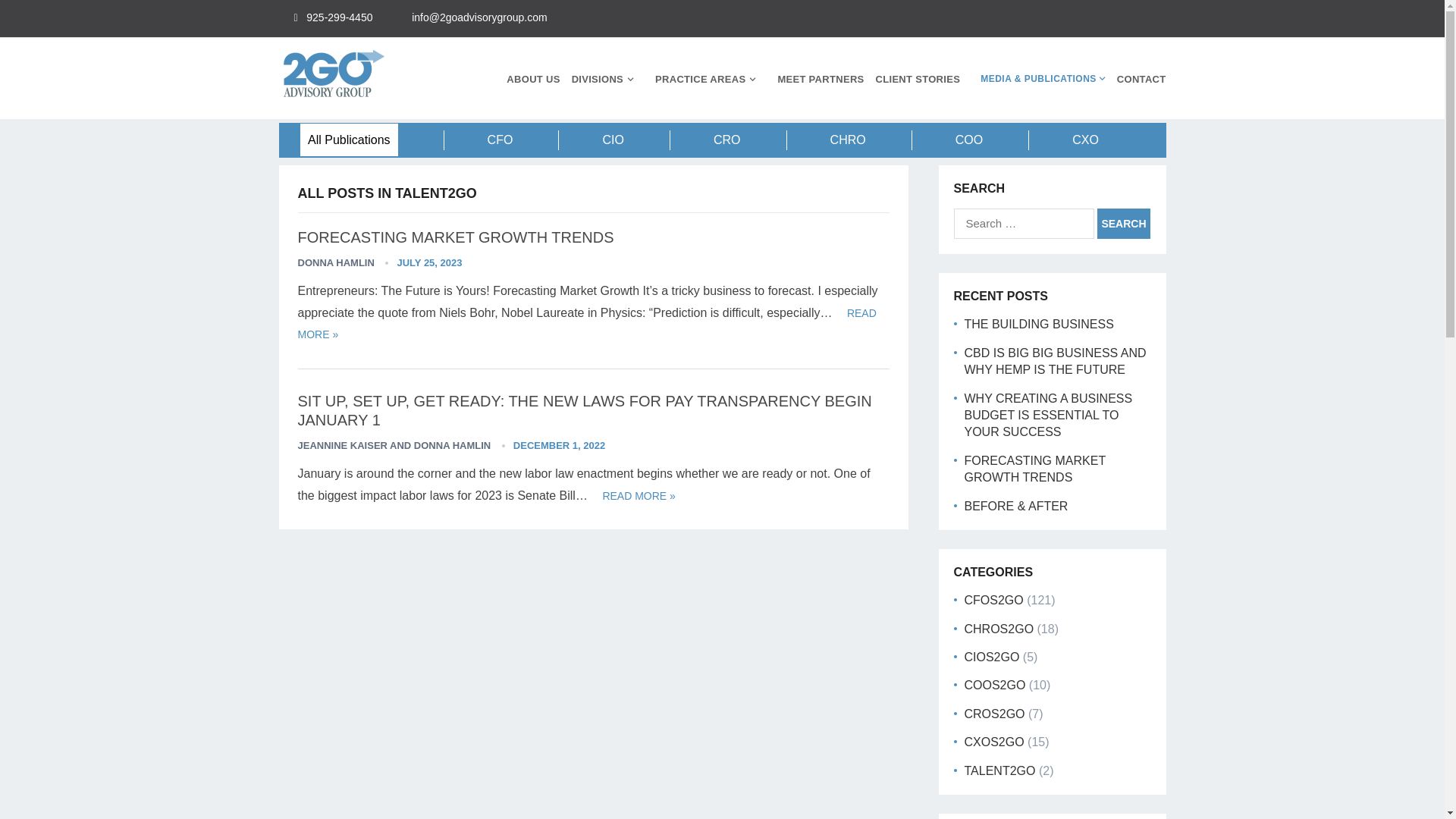 The image size is (1456, 819). I want to click on 'CONTACT', so click(1117, 79).